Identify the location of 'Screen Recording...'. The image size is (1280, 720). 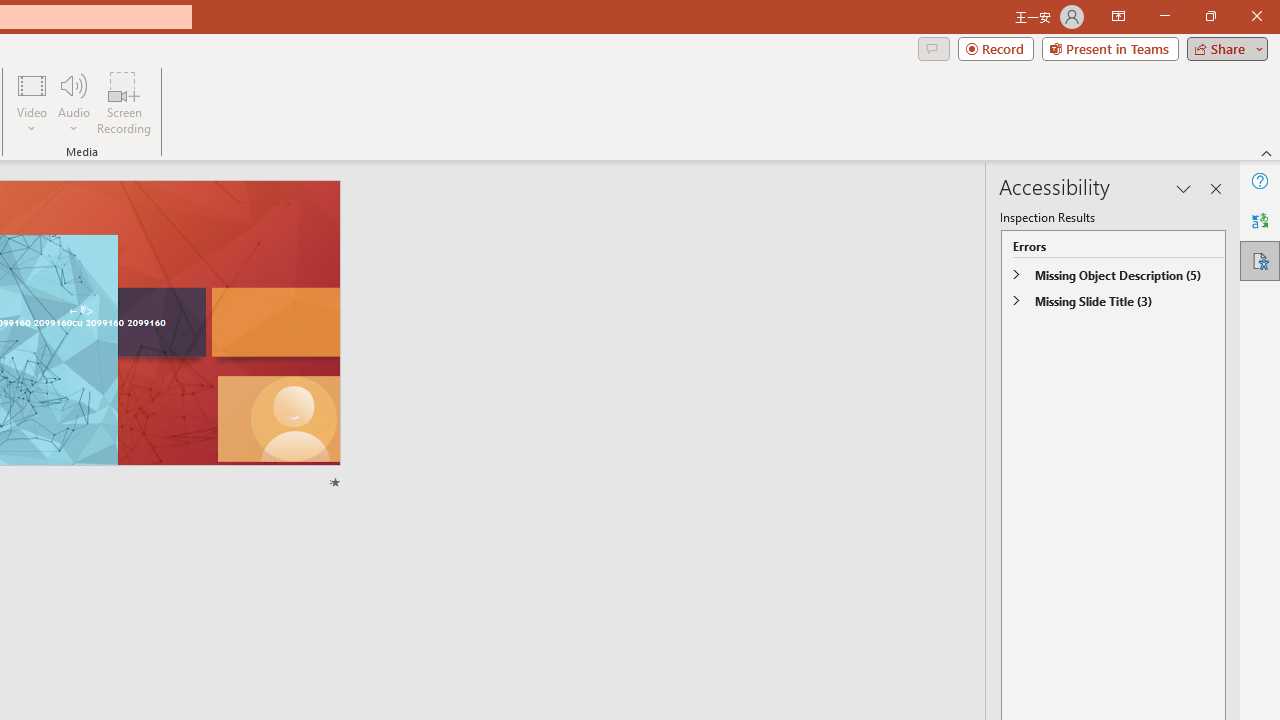
(123, 103).